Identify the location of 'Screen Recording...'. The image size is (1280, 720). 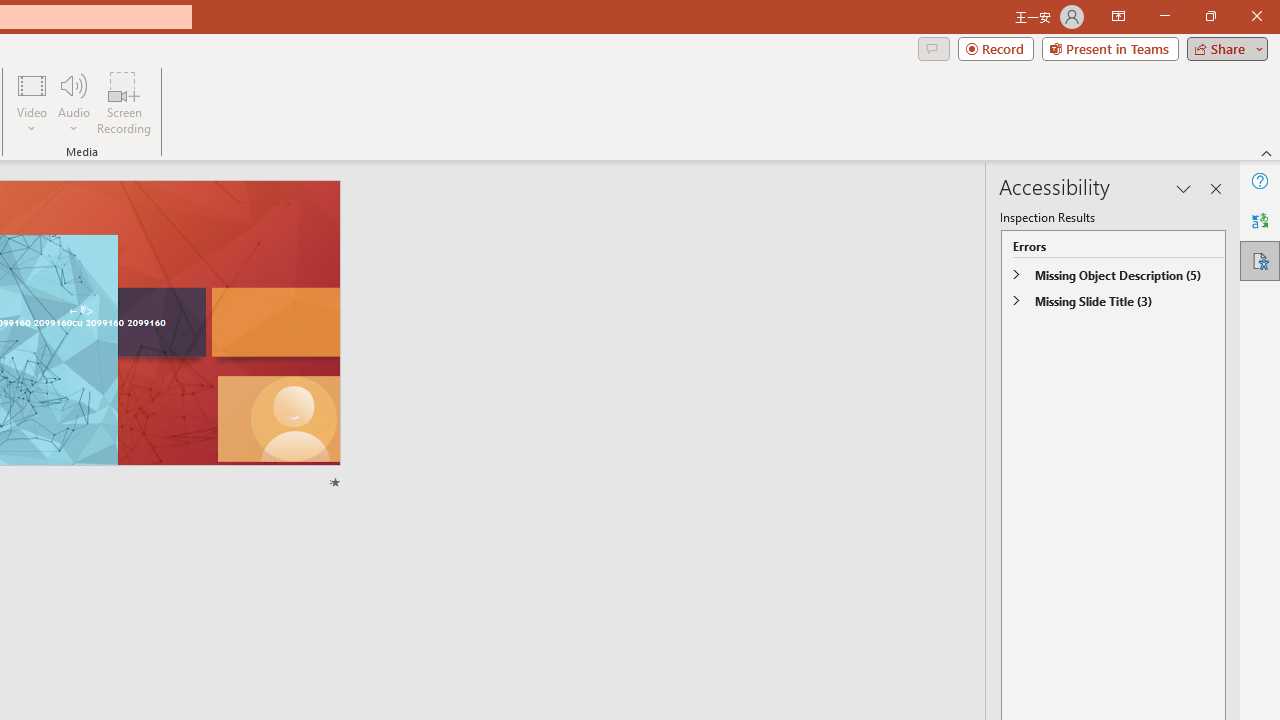
(123, 103).